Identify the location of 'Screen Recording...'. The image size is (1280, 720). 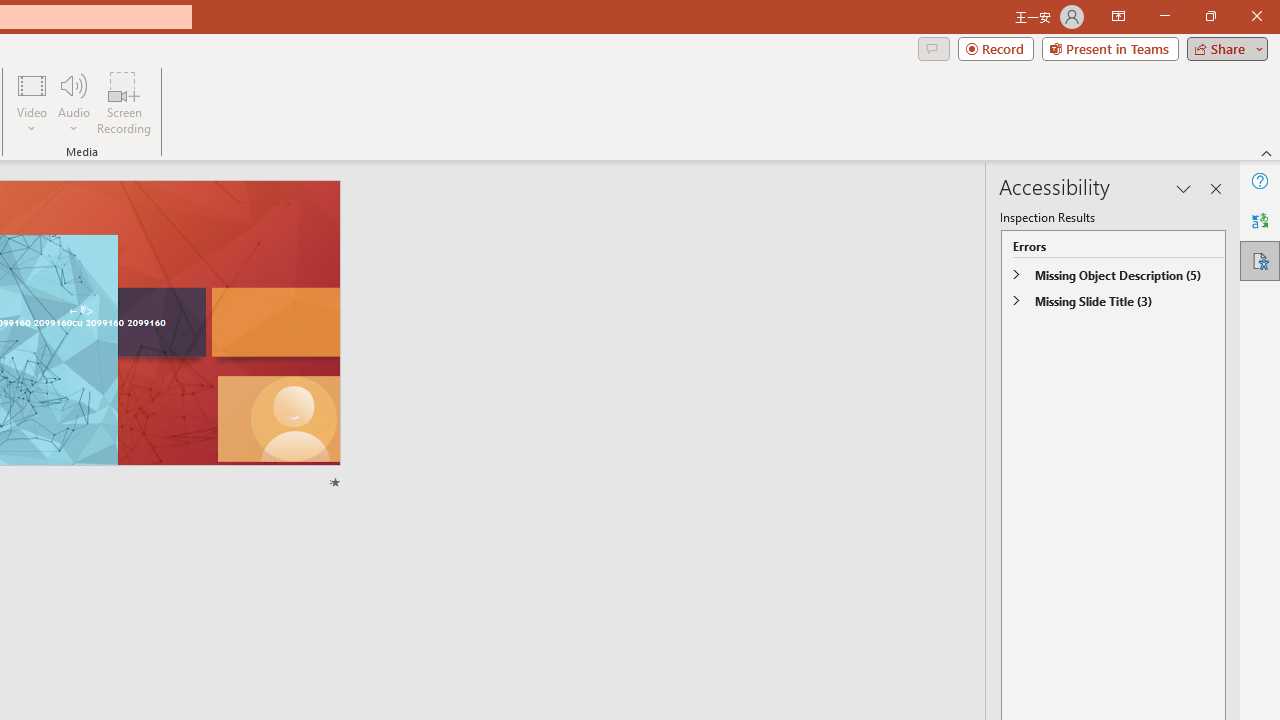
(123, 103).